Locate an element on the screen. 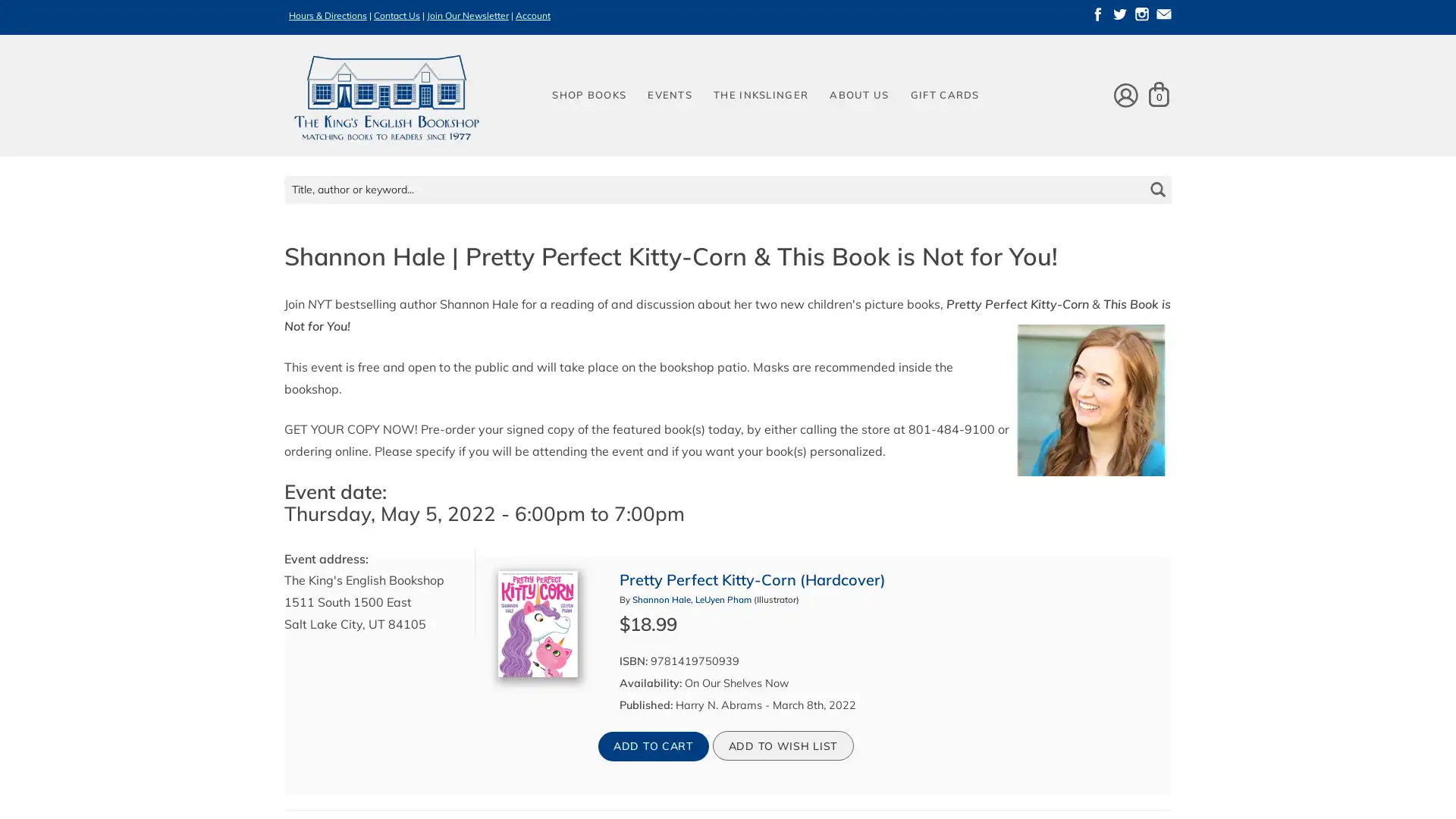 This screenshot has height=819, width=1456. Add to Cart is located at coordinates (653, 745).